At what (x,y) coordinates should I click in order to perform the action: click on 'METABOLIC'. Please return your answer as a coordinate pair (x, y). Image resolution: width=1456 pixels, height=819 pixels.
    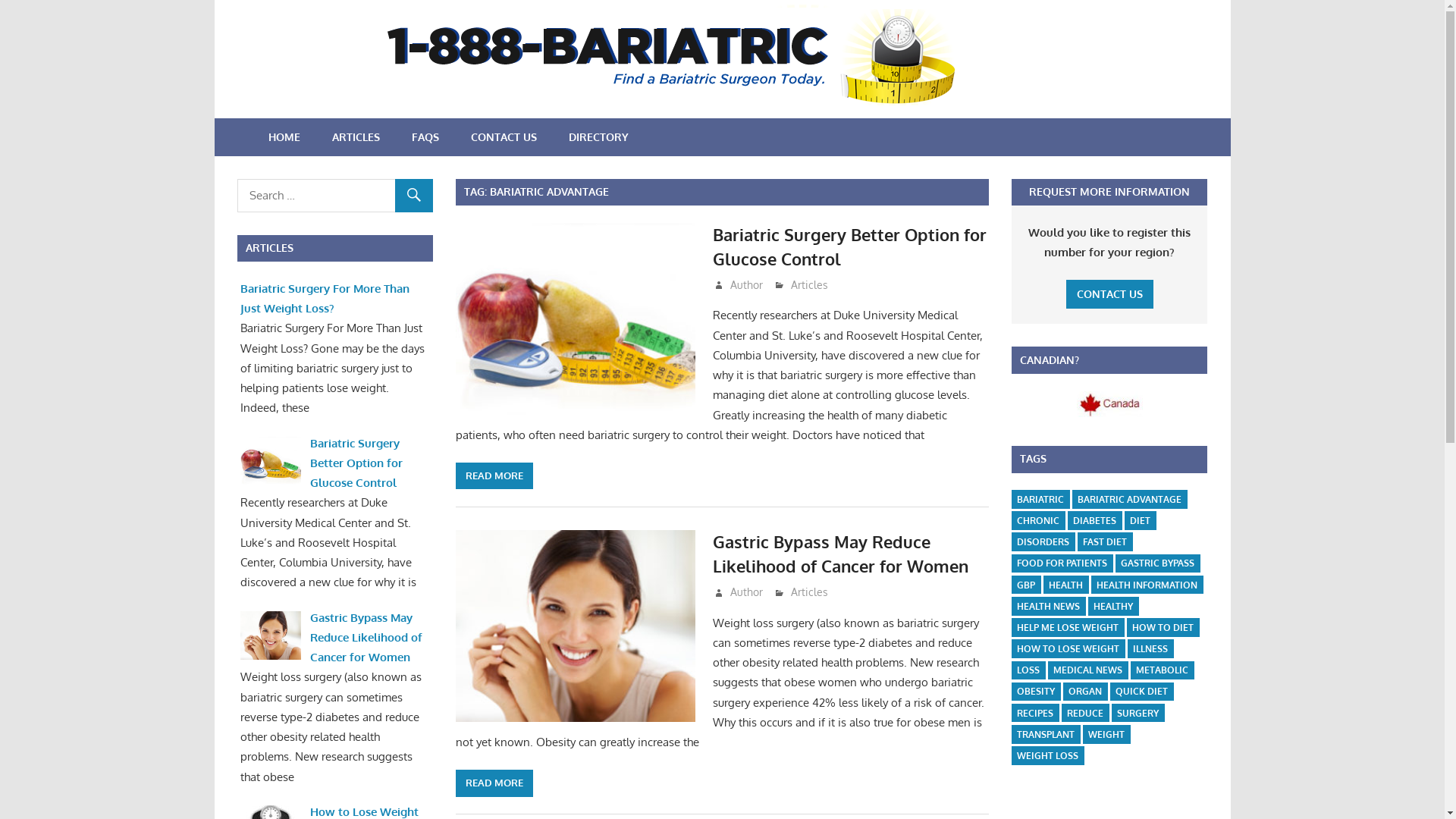
    Looking at the image, I should click on (1161, 670).